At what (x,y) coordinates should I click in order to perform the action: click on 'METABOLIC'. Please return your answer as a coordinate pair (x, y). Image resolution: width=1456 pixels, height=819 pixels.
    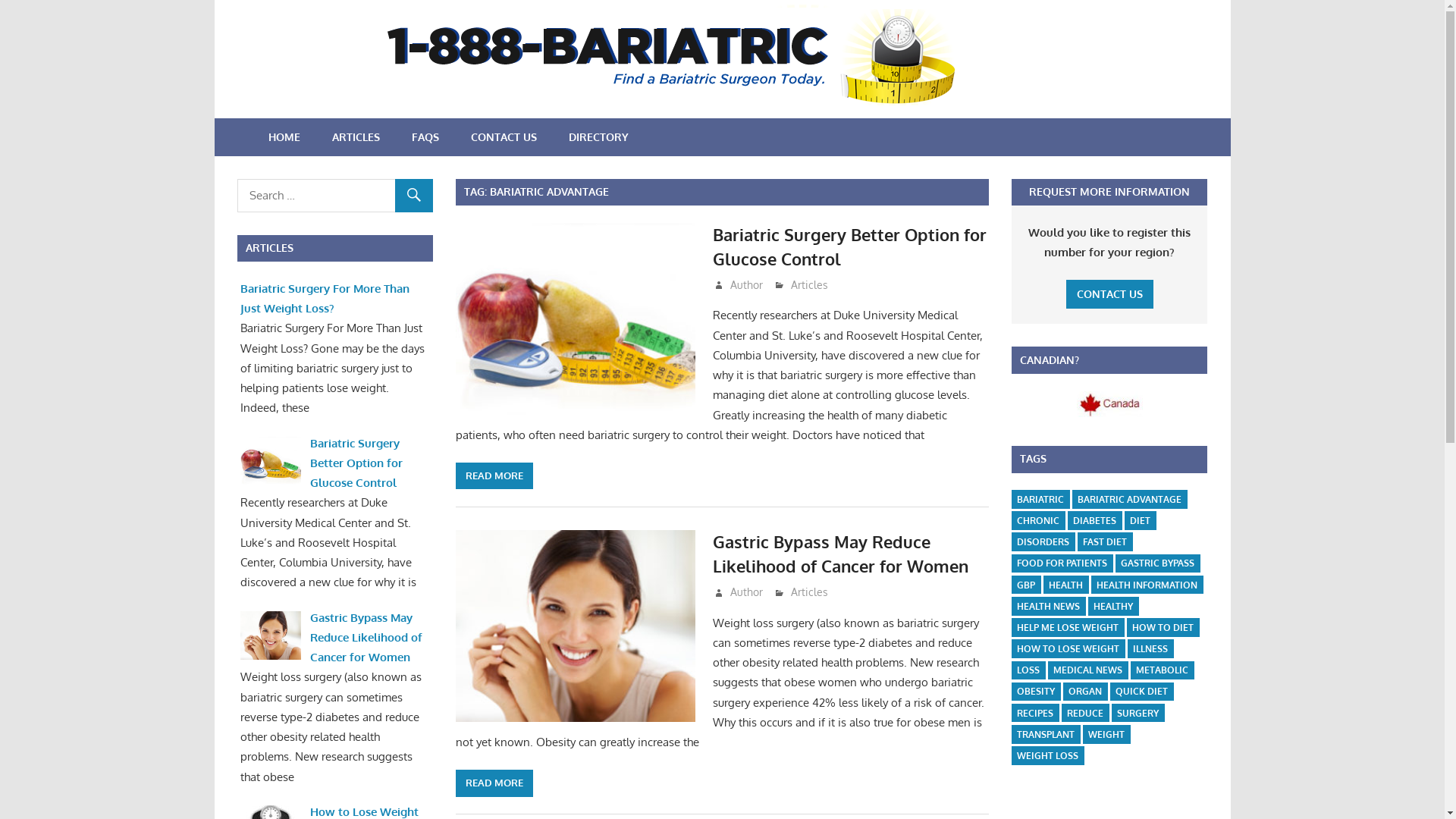
    Looking at the image, I should click on (1161, 670).